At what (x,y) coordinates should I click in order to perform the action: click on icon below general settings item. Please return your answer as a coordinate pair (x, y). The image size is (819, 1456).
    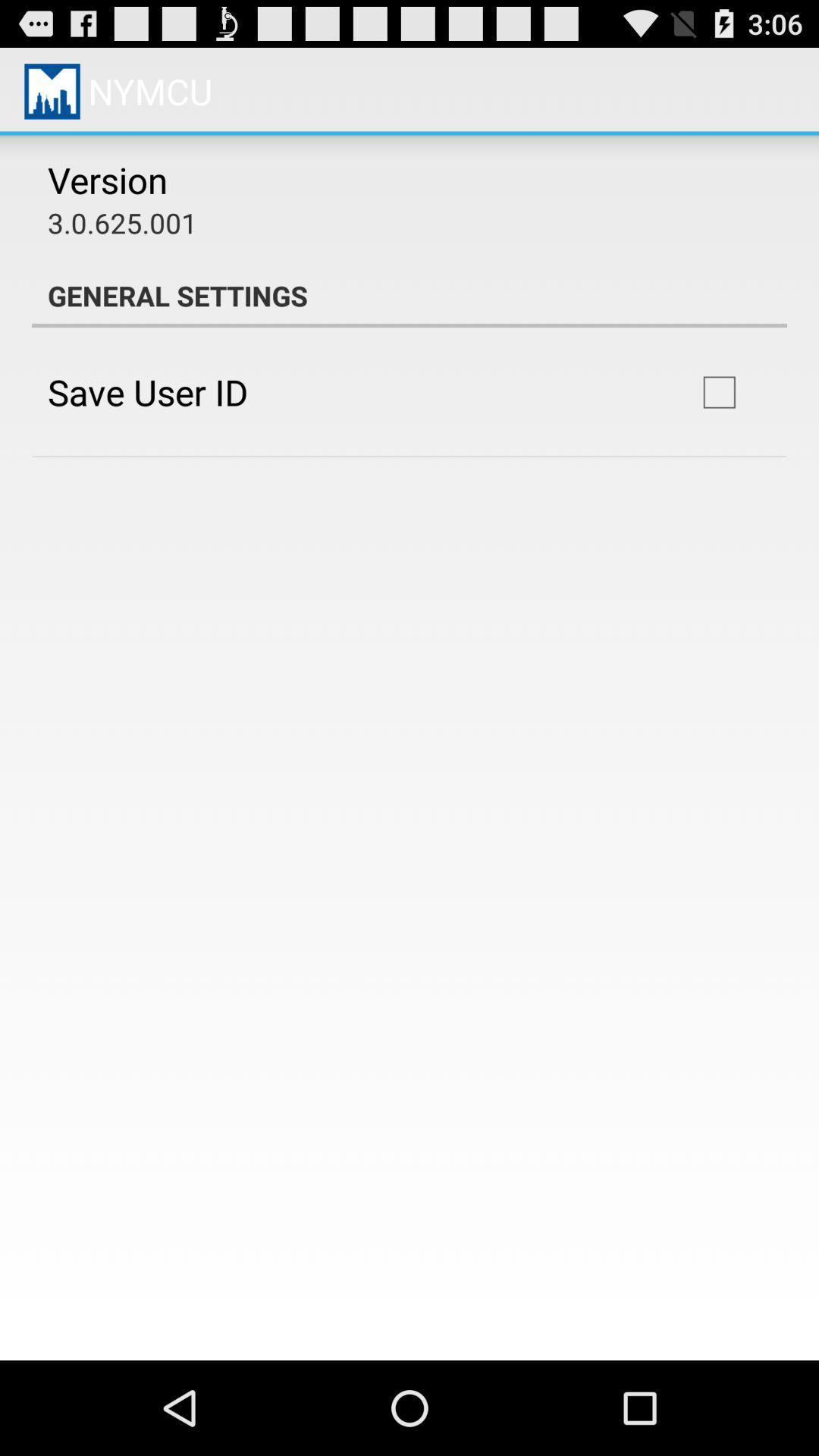
    Looking at the image, I should click on (148, 392).